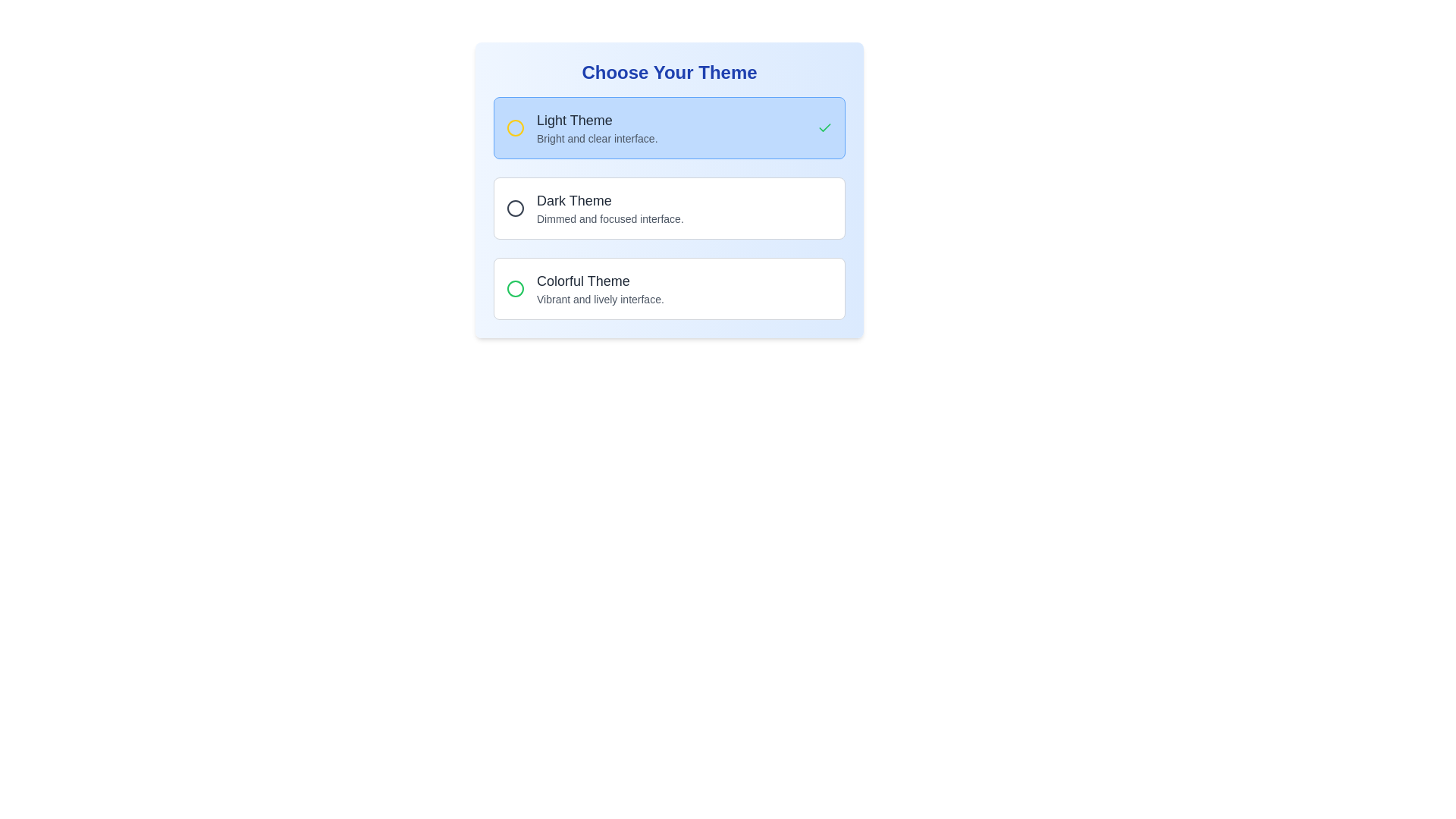  I want to click on the 'Light Theme' text label, which is bold, black, and located under the 'Choose Your Theme' header, positioned above the description 'Bright and clear interface.', so click(596, 119).